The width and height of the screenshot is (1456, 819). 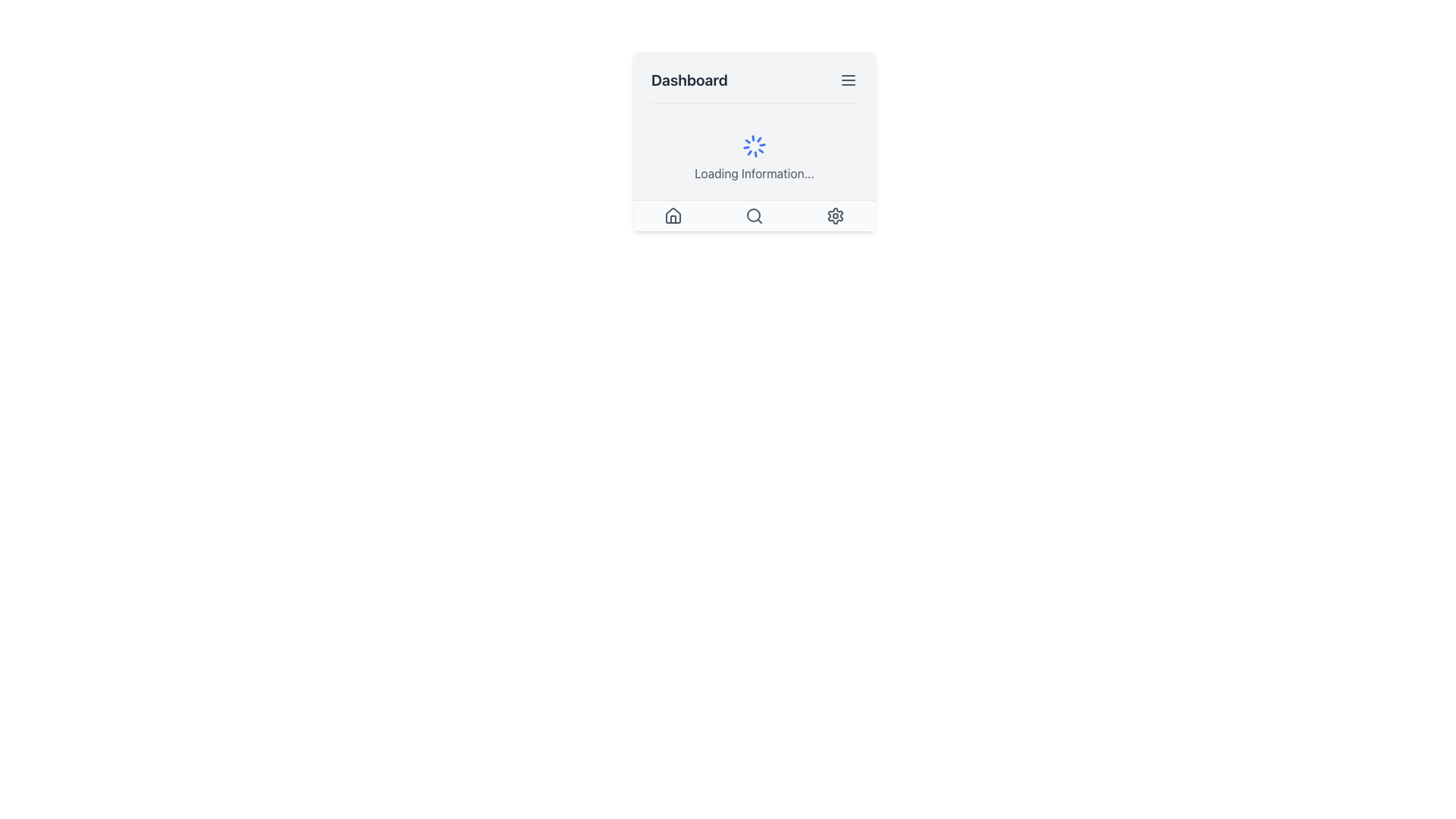 I want to click on the loading spinner with descriptive text located centrally beneath the 'Dashboard' header, so click(x=754, y=158).